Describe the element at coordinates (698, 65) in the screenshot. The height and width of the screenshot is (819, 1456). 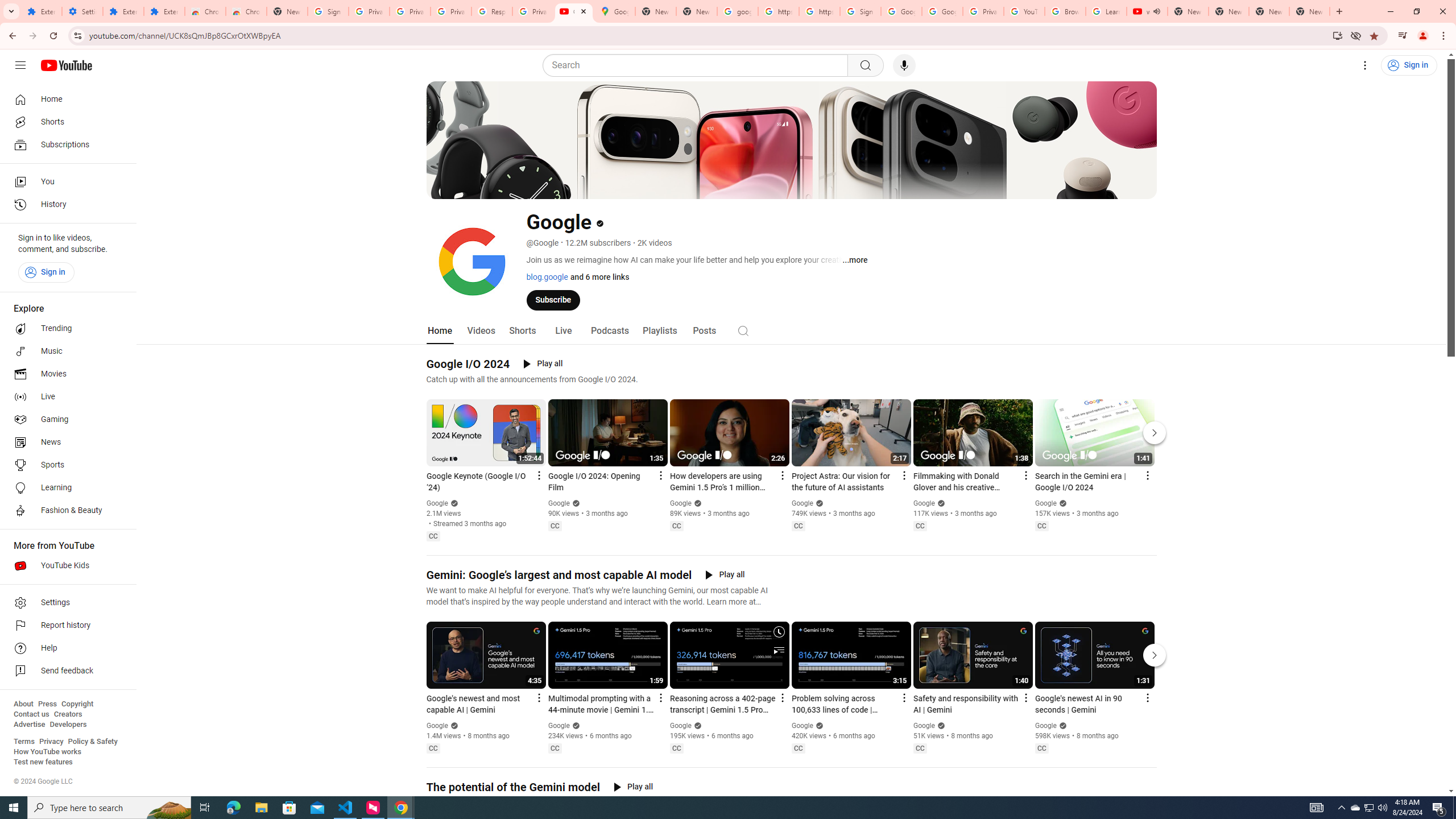
I see `'Search'` at that location.